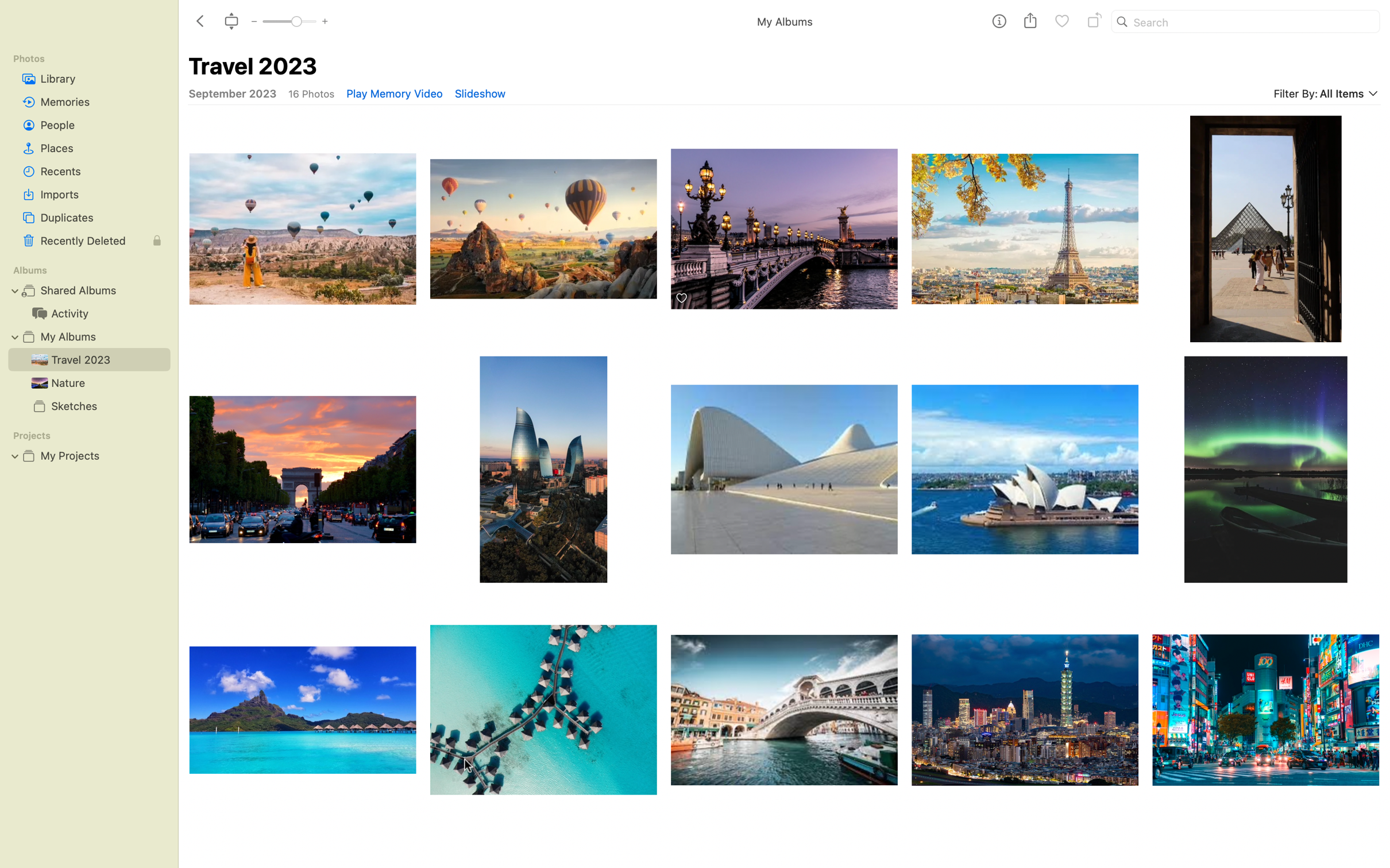  What do you see at coordinates (1025, 723) in the screenshot?
I see `the image before the last one in the final row` at bounding box center [1025, 723].